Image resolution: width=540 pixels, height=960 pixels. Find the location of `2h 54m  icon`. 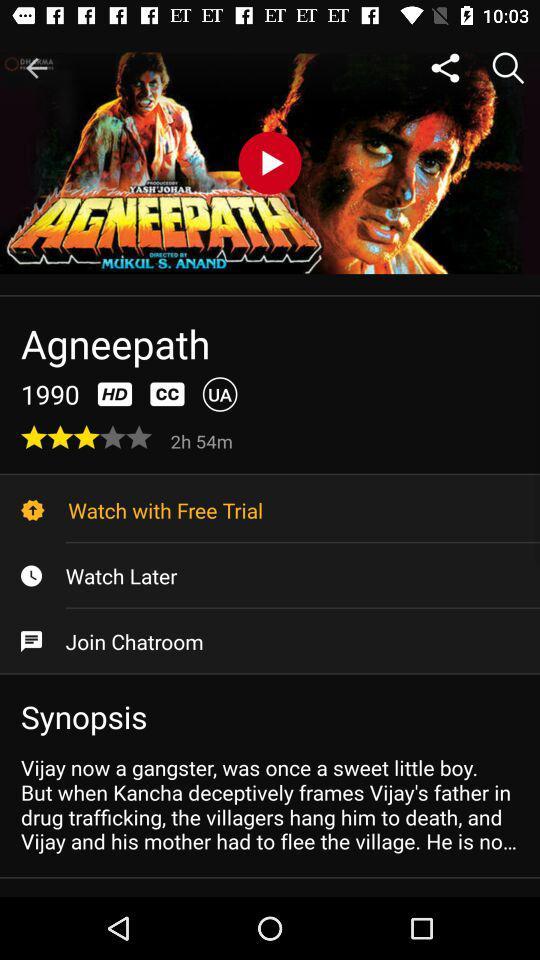

2h 54m  icon is located at coordinates (203, 440).